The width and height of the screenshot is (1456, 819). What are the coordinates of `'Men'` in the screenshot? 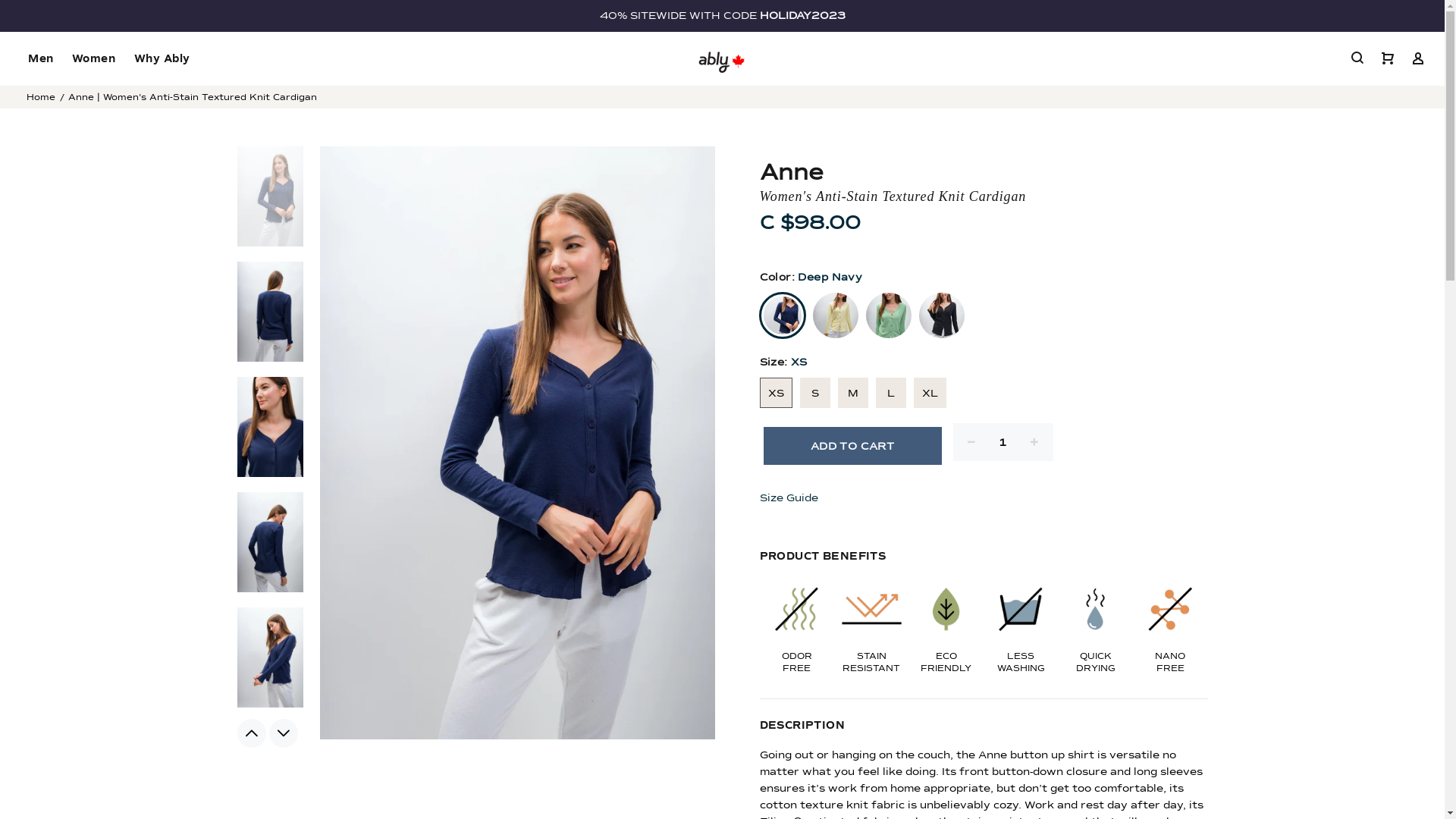 It's located at (18, 58).